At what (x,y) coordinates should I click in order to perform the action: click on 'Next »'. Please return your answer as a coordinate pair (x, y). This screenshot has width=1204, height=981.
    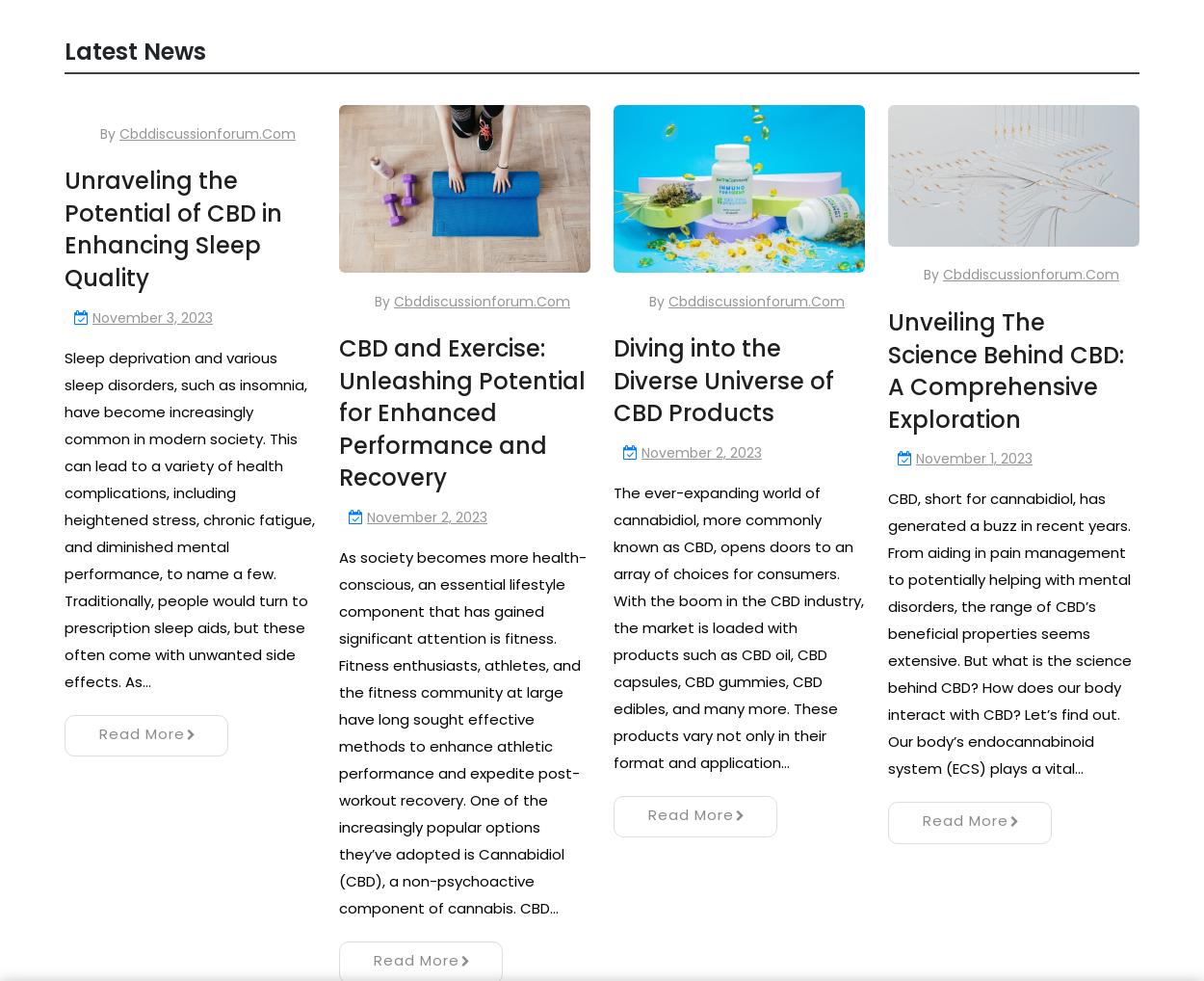
    Looking at the image, I should click on (344, 710).